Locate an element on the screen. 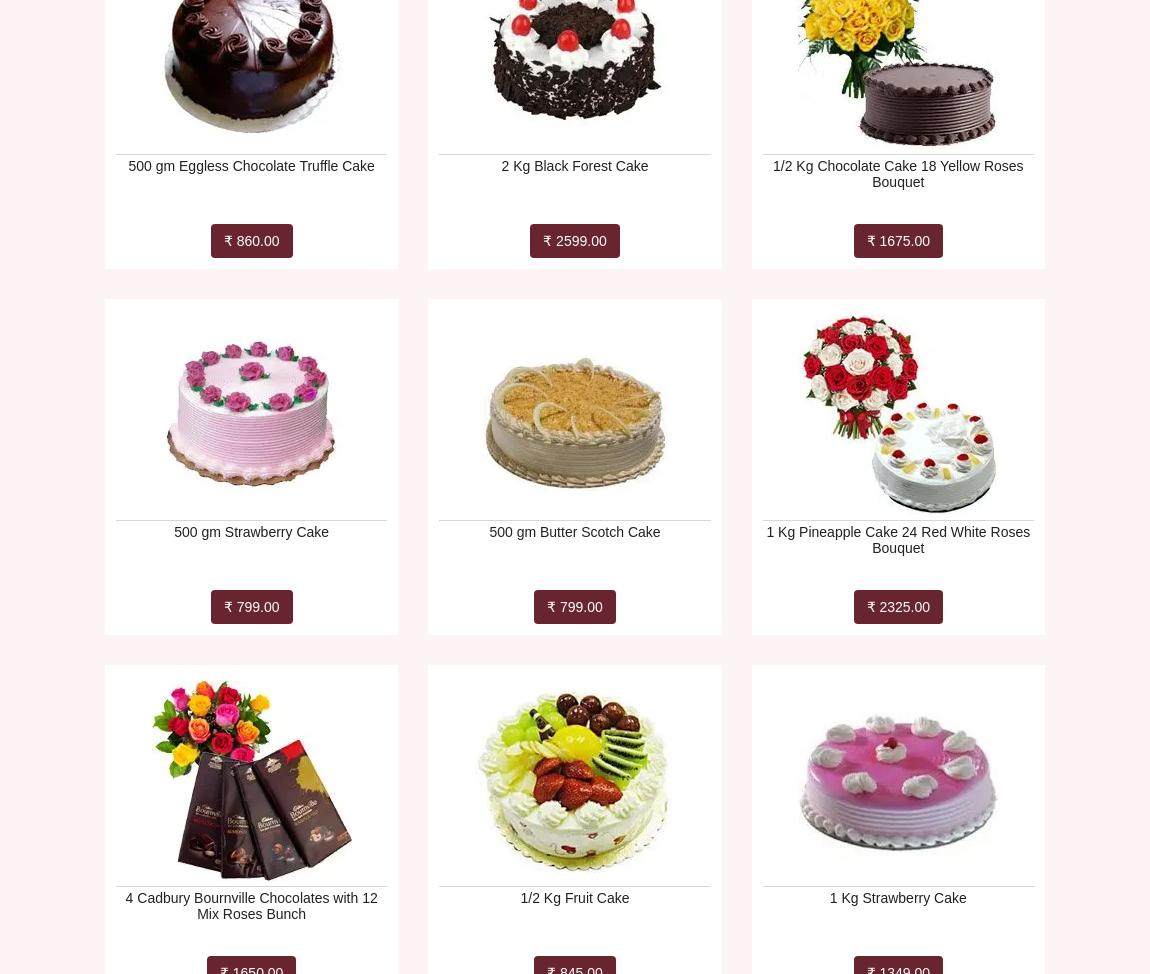  '2 Kg Black Forest Cake' is located at coordinates (574, 165).